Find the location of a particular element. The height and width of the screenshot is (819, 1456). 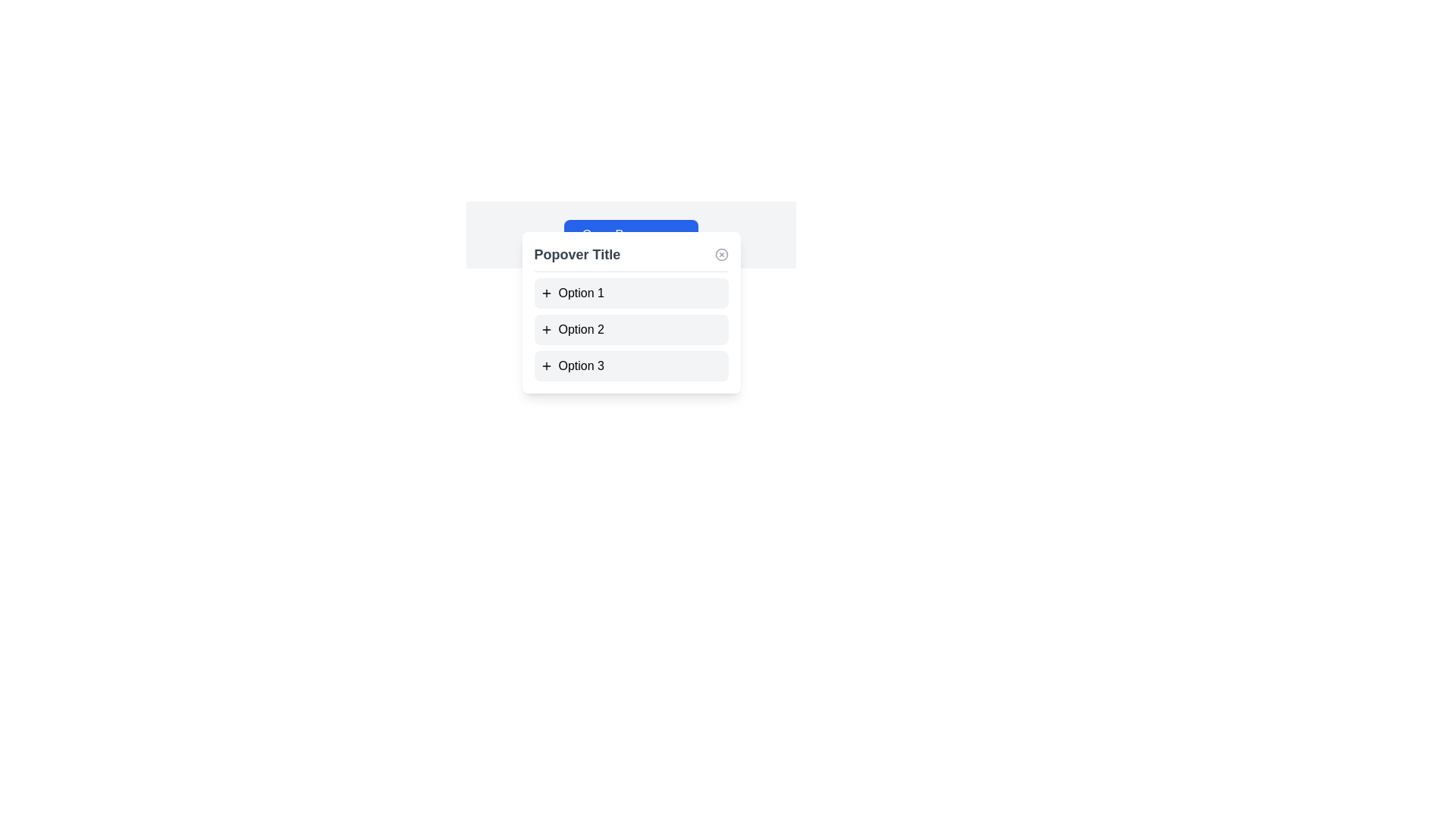

the plus sign icon located to the left of the label 'Option 1' is located at coordinates (546, 293).